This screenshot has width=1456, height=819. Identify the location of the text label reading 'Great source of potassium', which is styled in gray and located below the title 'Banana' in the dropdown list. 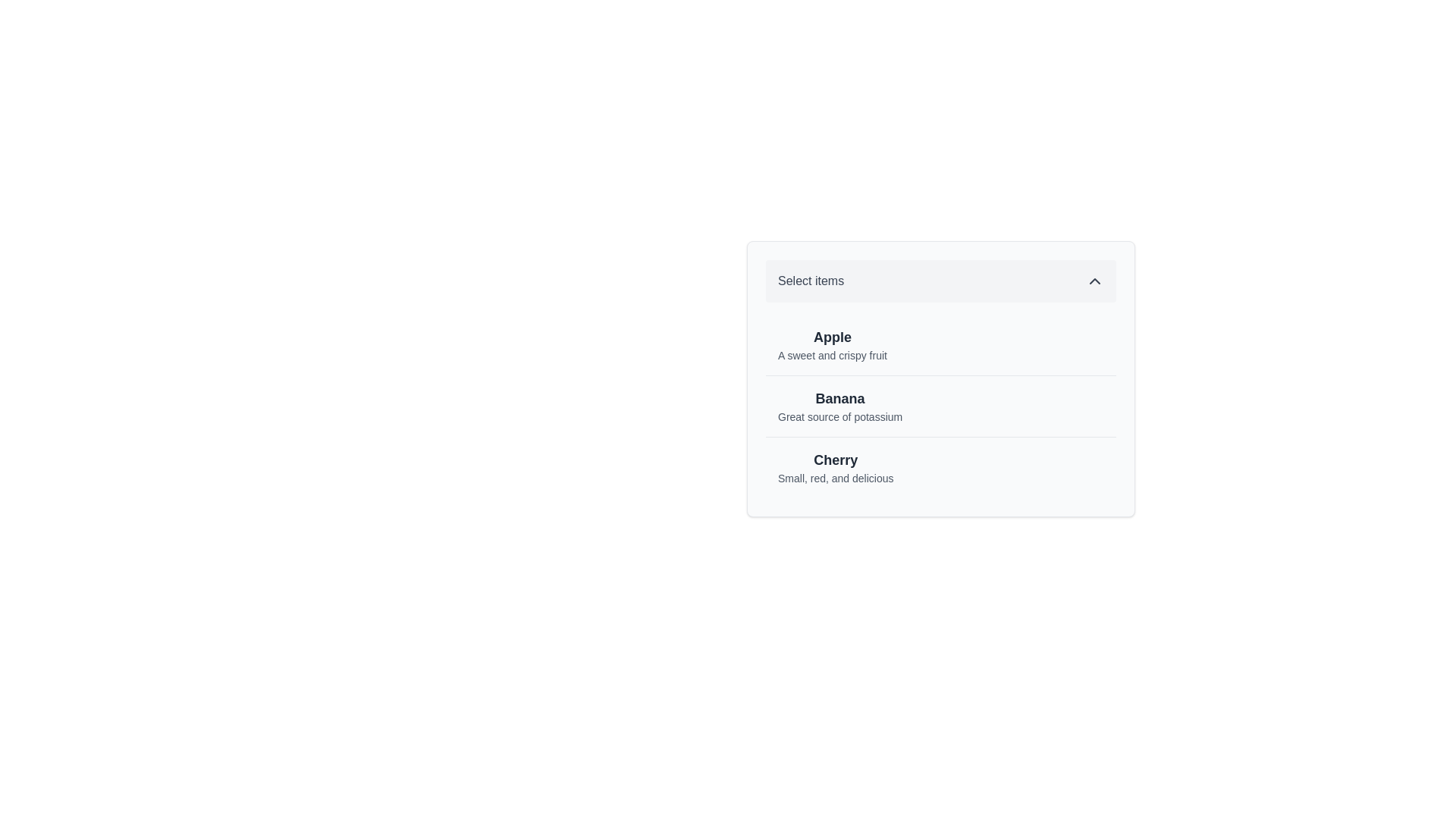
(839, 417).